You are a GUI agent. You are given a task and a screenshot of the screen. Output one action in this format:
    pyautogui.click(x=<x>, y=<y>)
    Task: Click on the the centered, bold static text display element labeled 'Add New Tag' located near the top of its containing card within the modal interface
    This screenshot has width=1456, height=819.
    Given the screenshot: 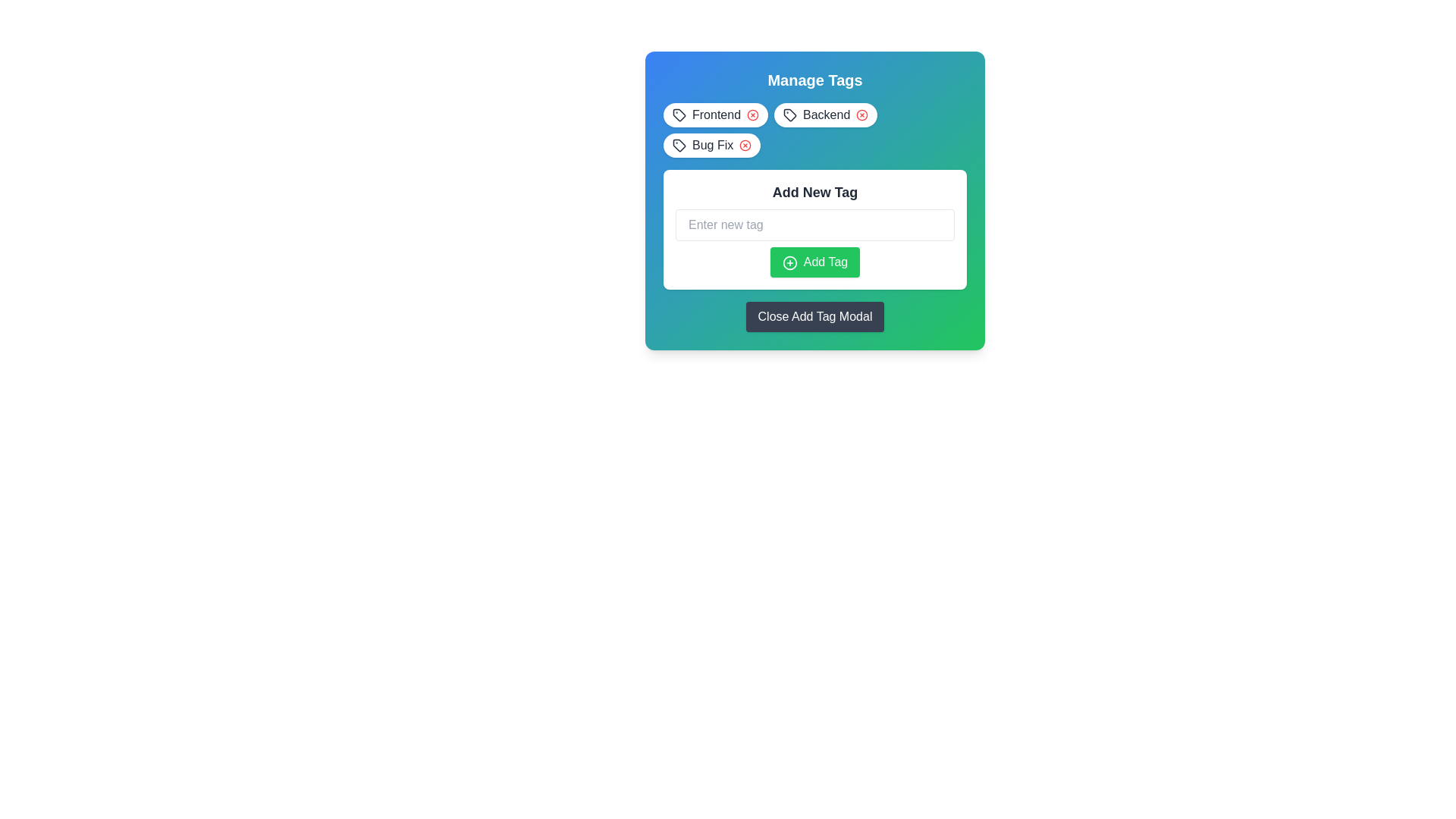 What is the action you would take?
    pyautogui.click(x=814, y=192)
    